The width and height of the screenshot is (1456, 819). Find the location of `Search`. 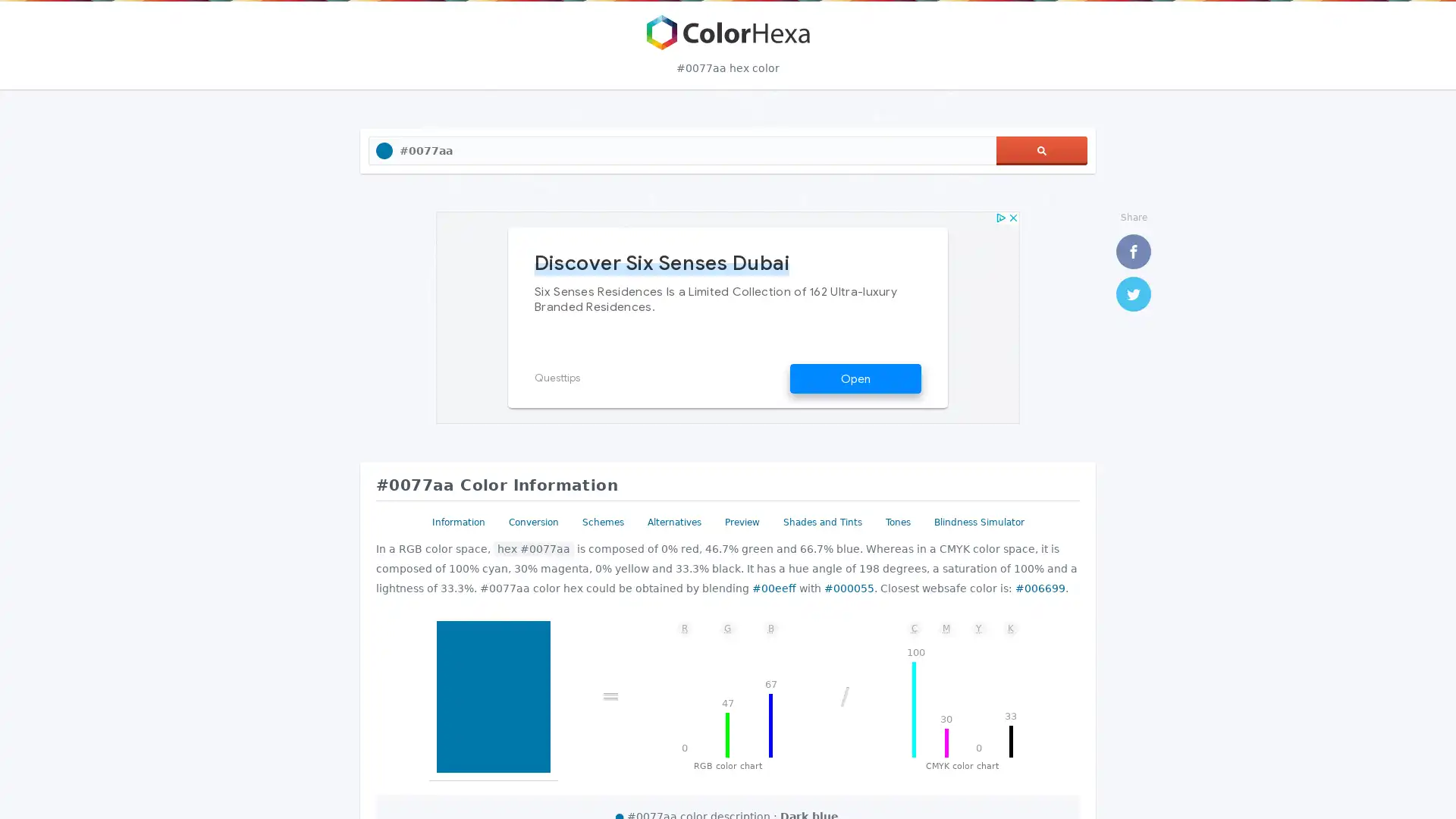

Search is located at coordinates (1040, 151).